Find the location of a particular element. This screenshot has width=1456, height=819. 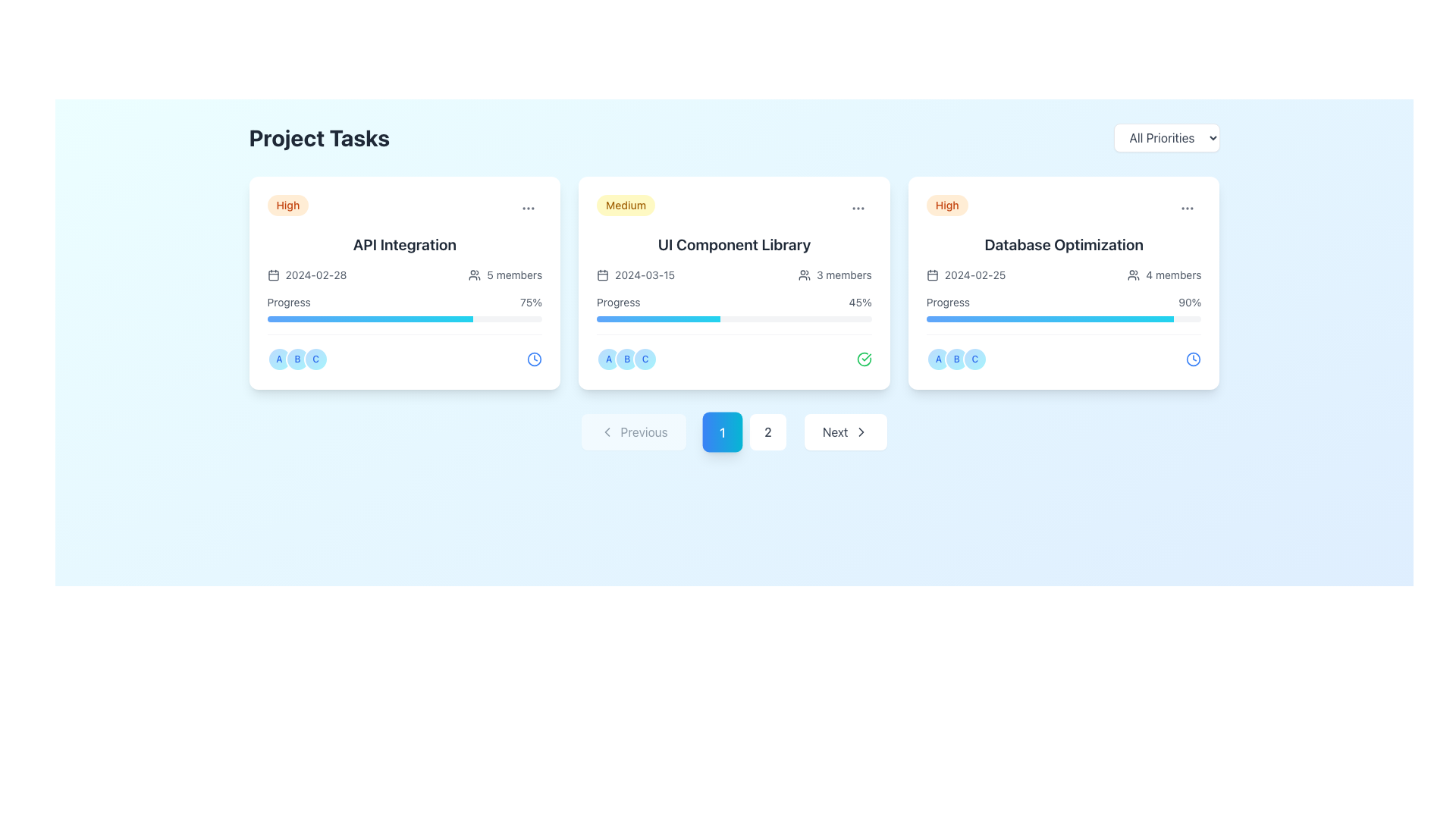

the dropdown menu labeled 'All Priorities' is located at coordinates (1166, 137).